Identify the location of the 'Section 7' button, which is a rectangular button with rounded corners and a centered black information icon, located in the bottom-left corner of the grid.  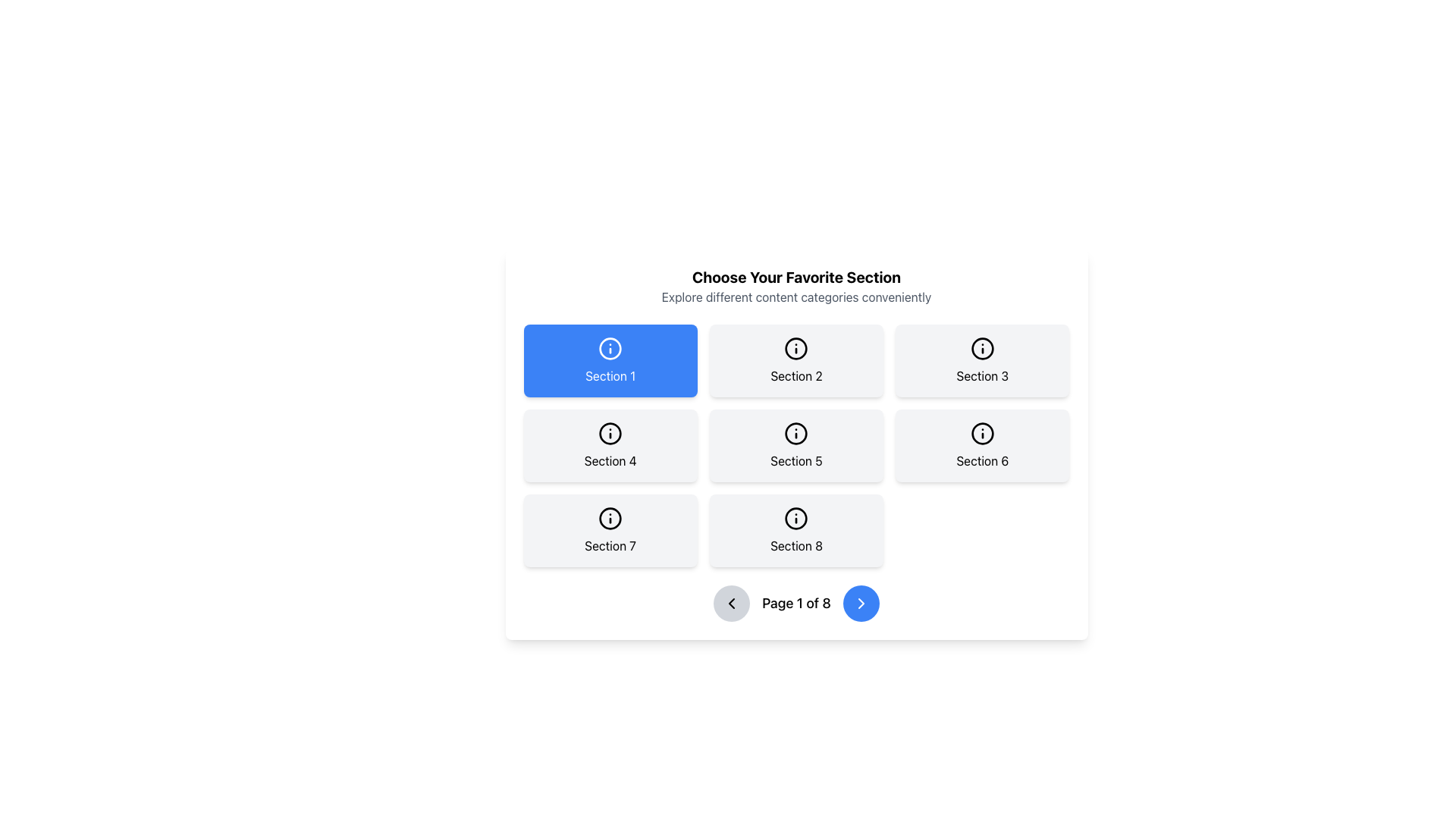
(610, 529).